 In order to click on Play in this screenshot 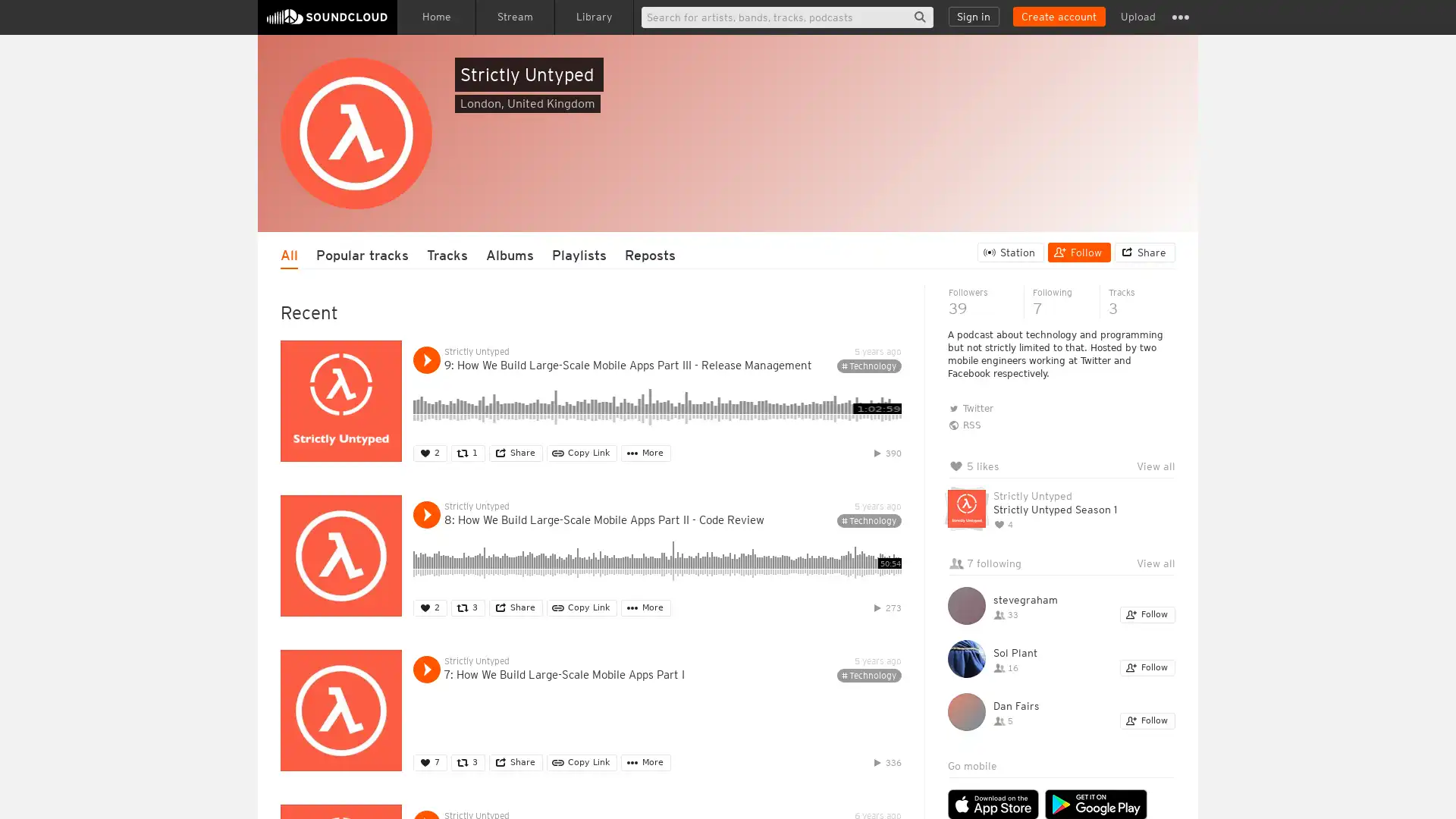, I will do `click(425, 359)`.